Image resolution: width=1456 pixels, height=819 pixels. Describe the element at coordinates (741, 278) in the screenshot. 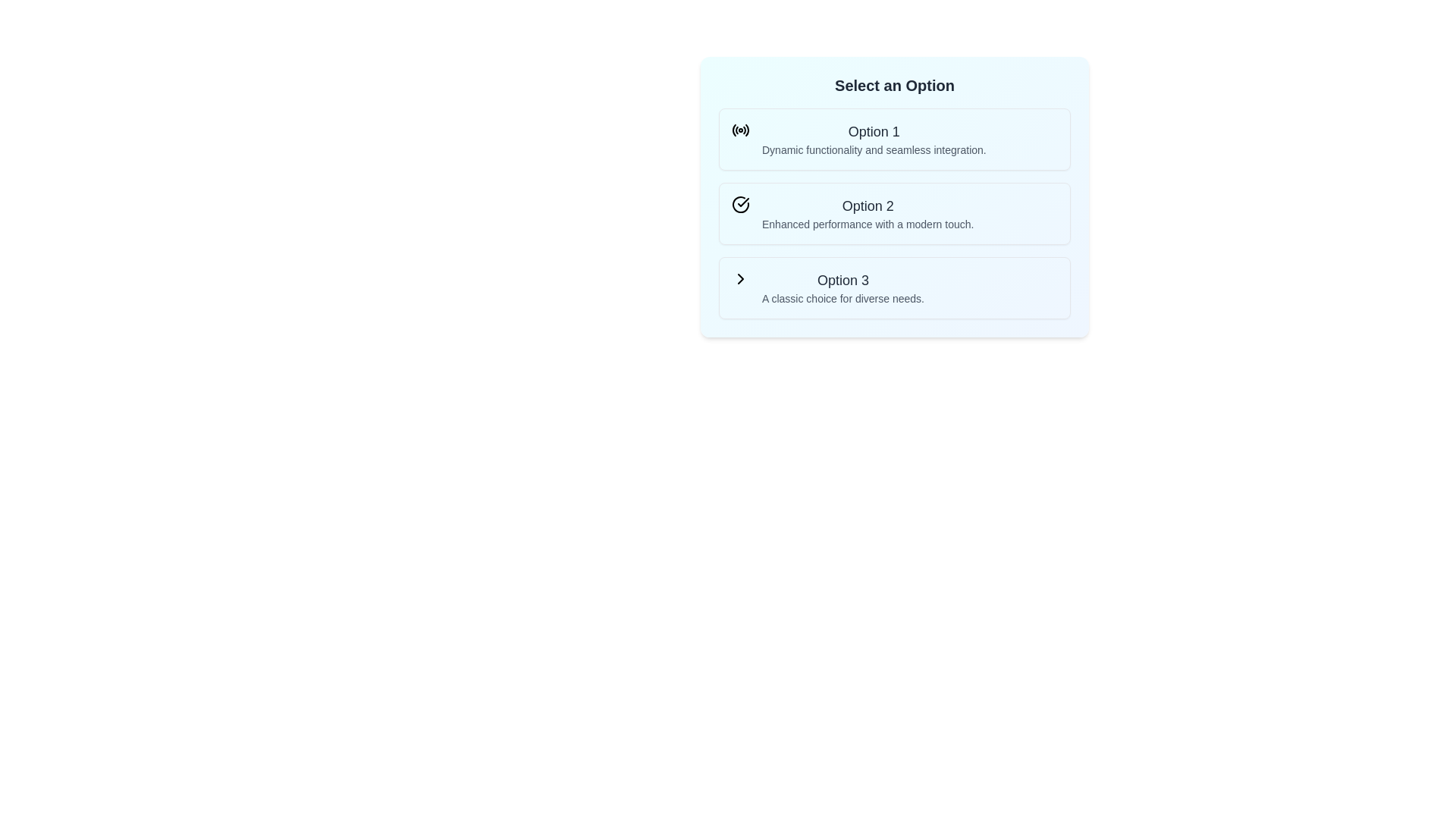

I see `the outlined right-point arrow icon next to the text block labeled 'Option 3: A classic choice for diverse needs.'` at that location.